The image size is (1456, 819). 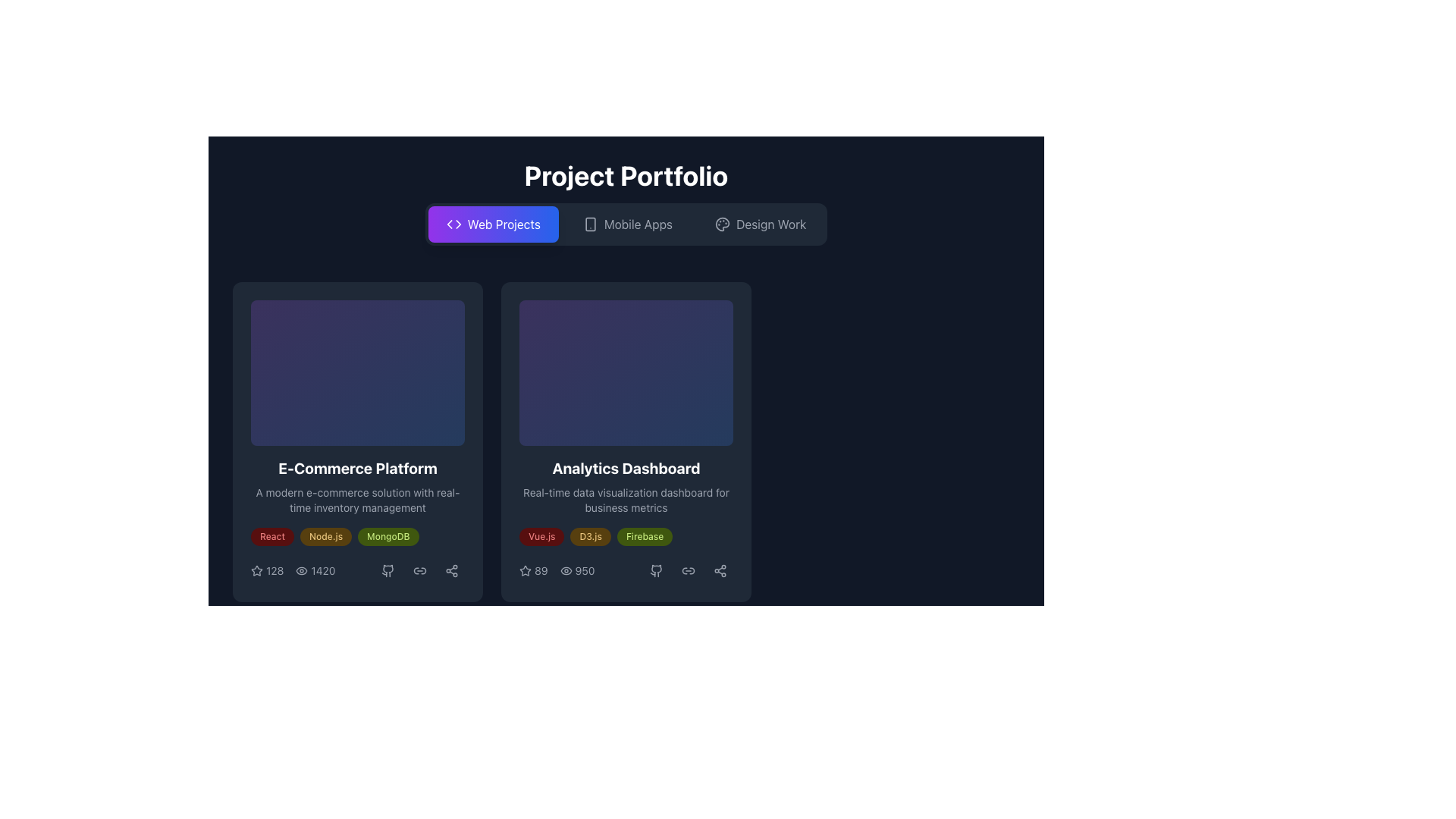 What do you see at coordinates (638, 224) in the screenshot?
I see `text content of the 'Mobile Apps' text label located in the navigation bar, which is positioned immediately after the smartphone icon` at bounding box center [638, 224].